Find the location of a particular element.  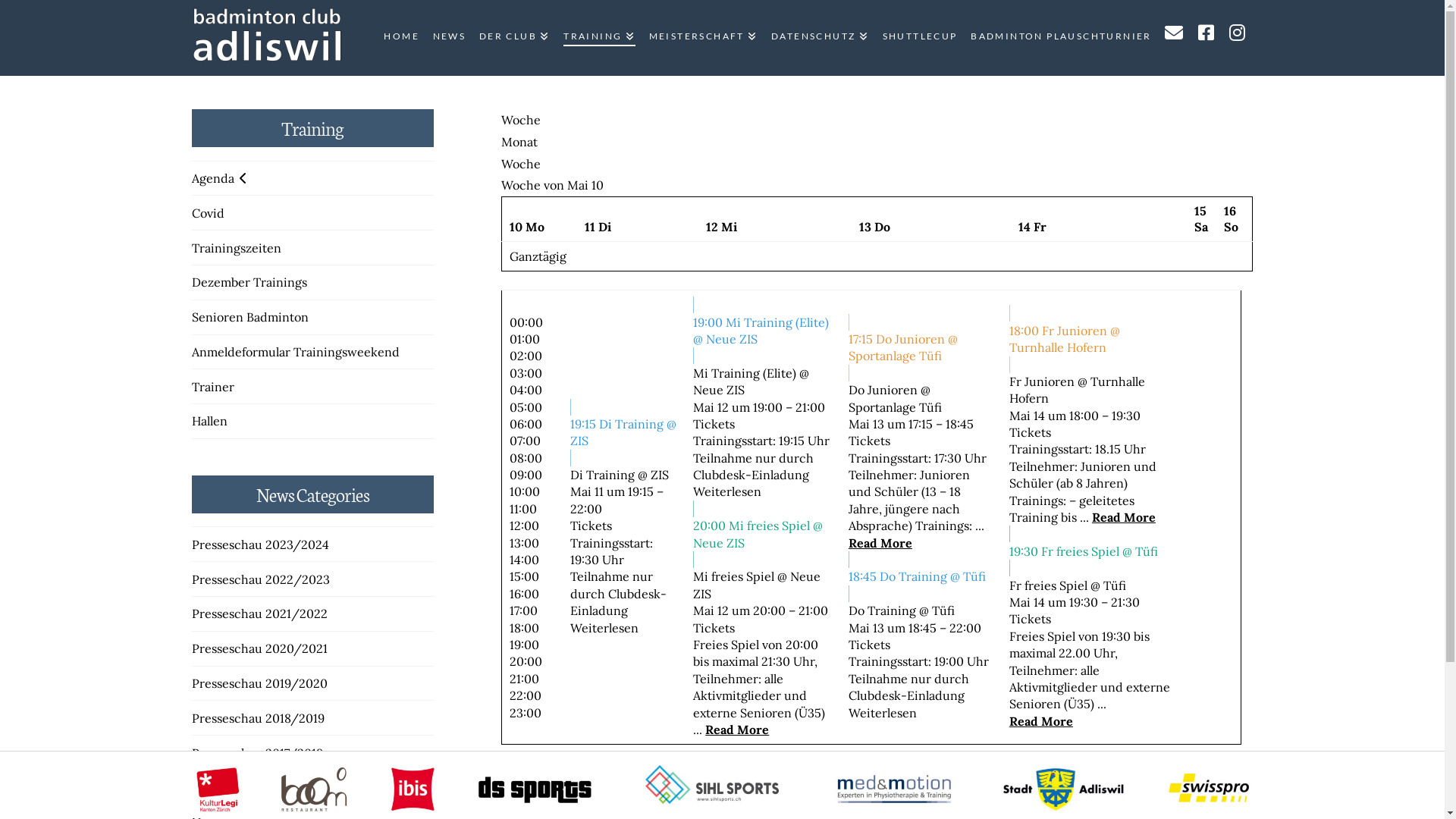

'TRAINING' is located at coordinates (597, 37).